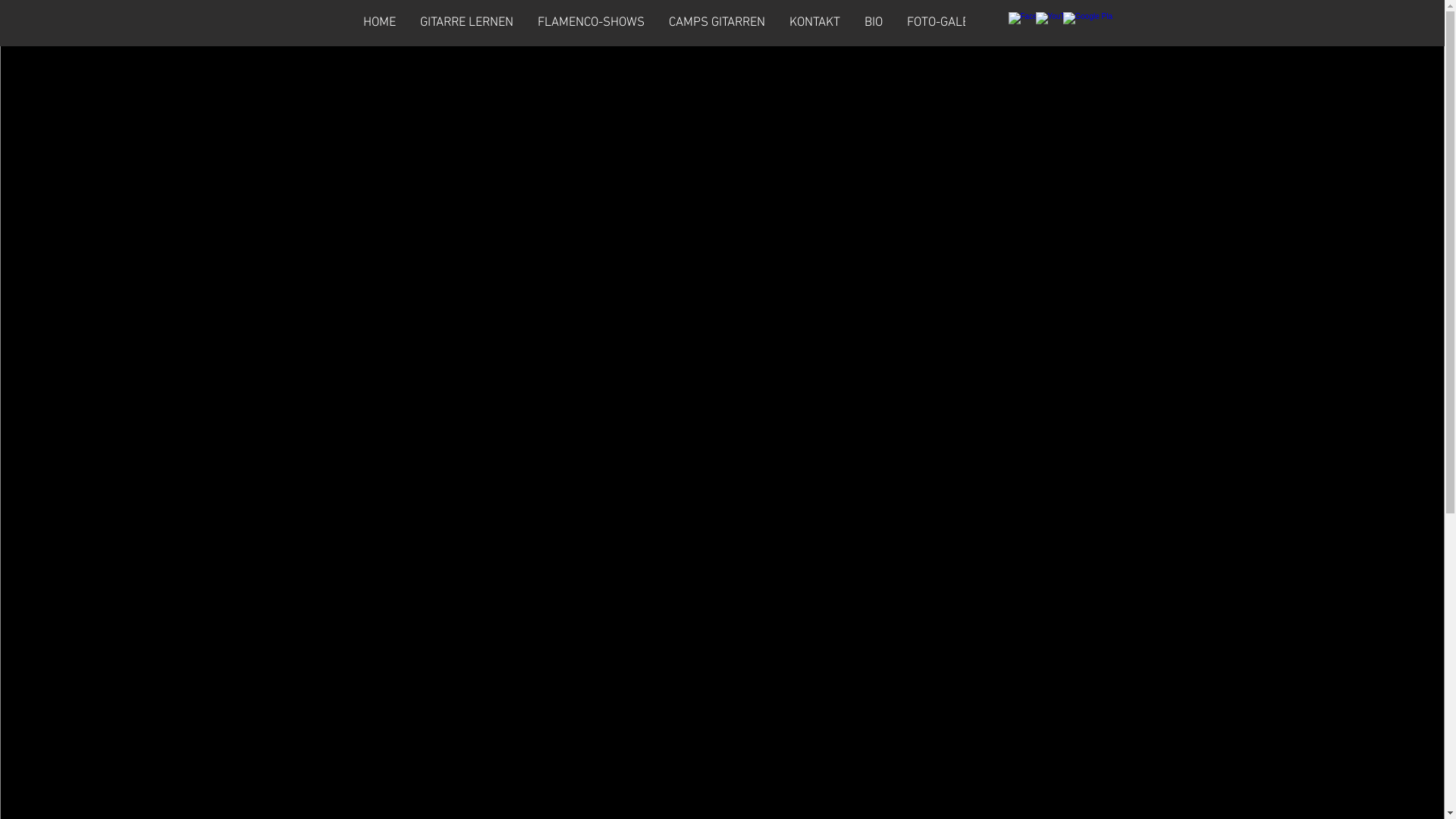 The height and width of the screenshot is (819, 1456). I want to click on 'GITARRE LERNEN', so click(466, 24).